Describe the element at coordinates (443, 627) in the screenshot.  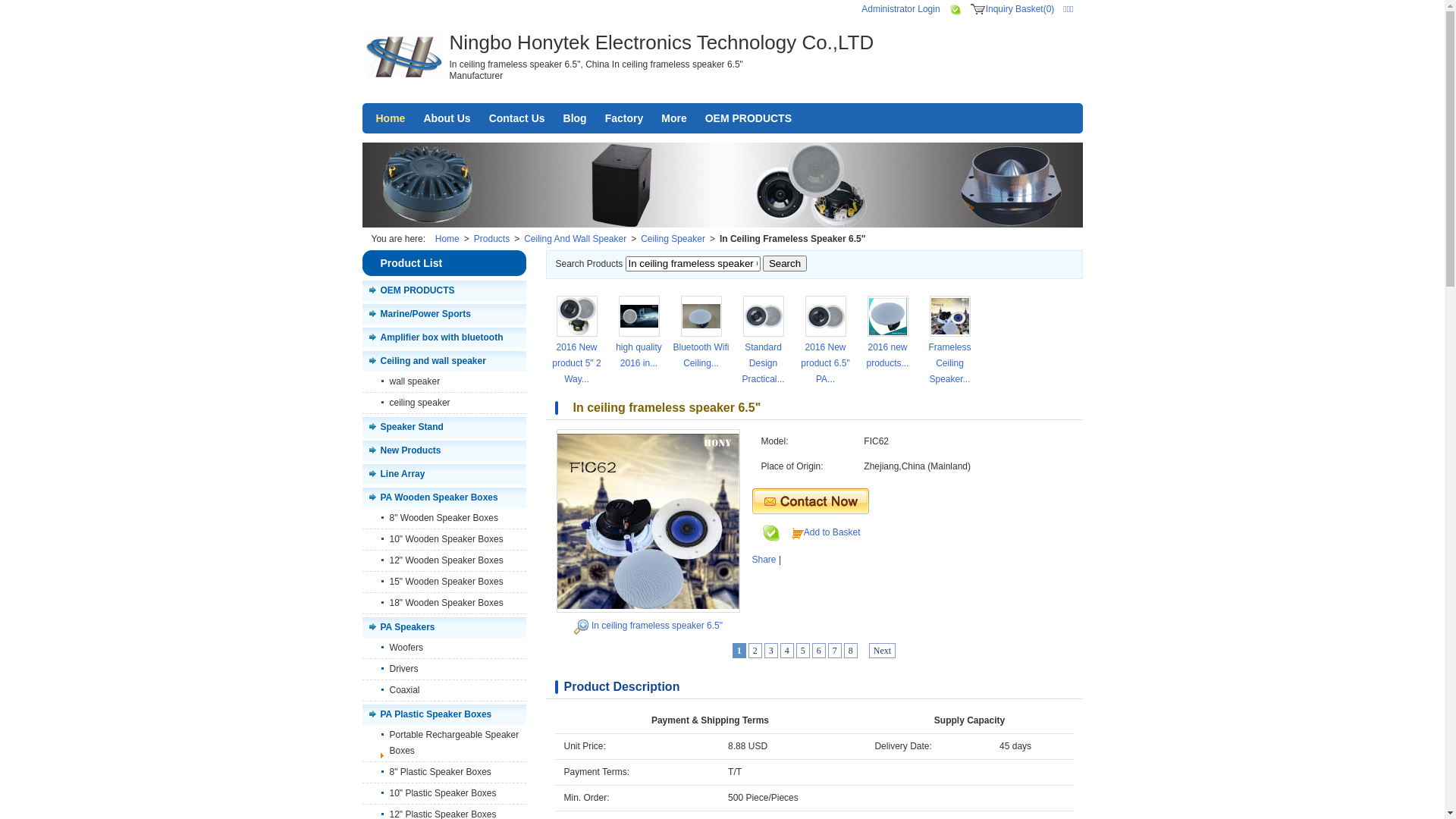
I see `'PA Speakers'` at that location.